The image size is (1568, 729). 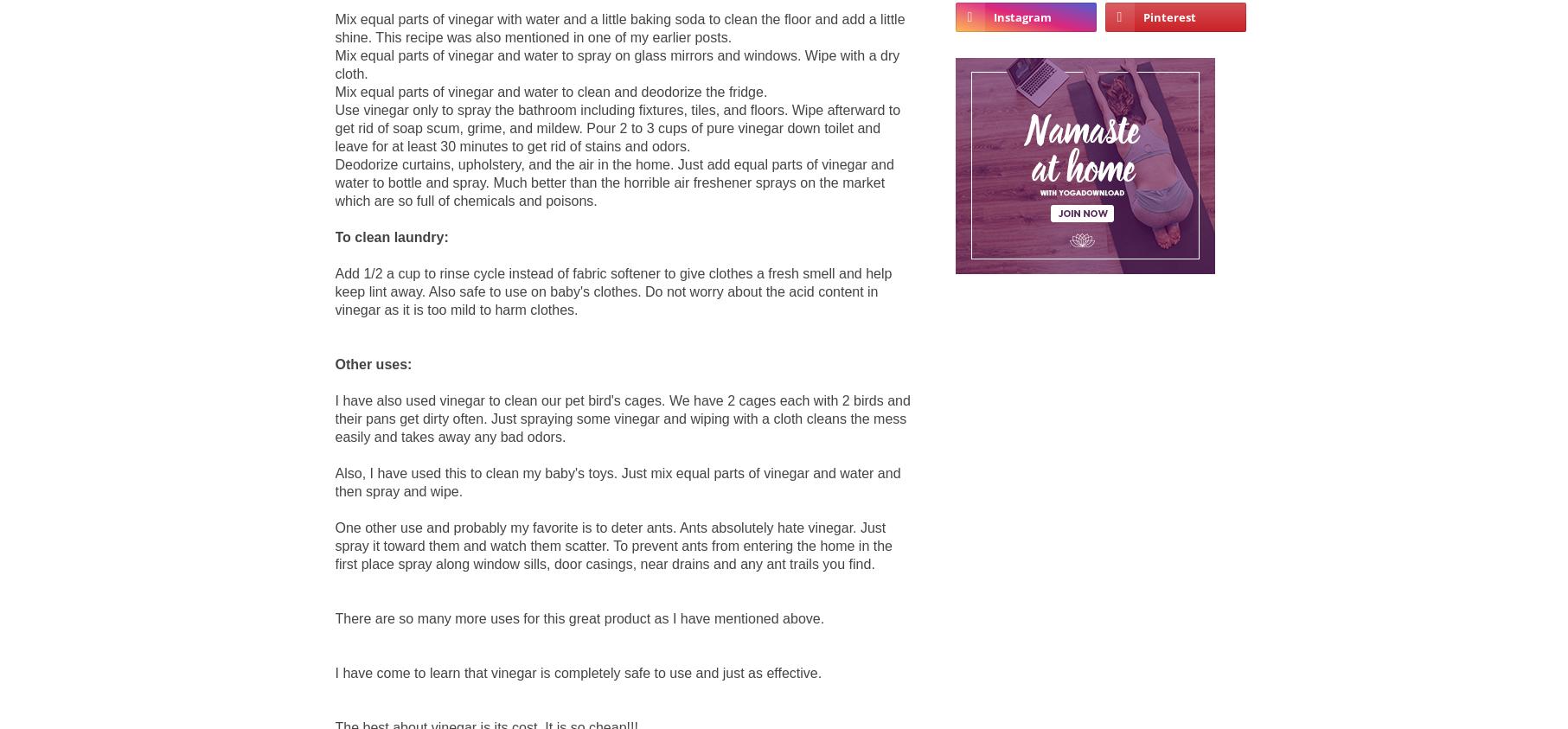 I want to click on 'Other uses:', so click(x=372, y=362).